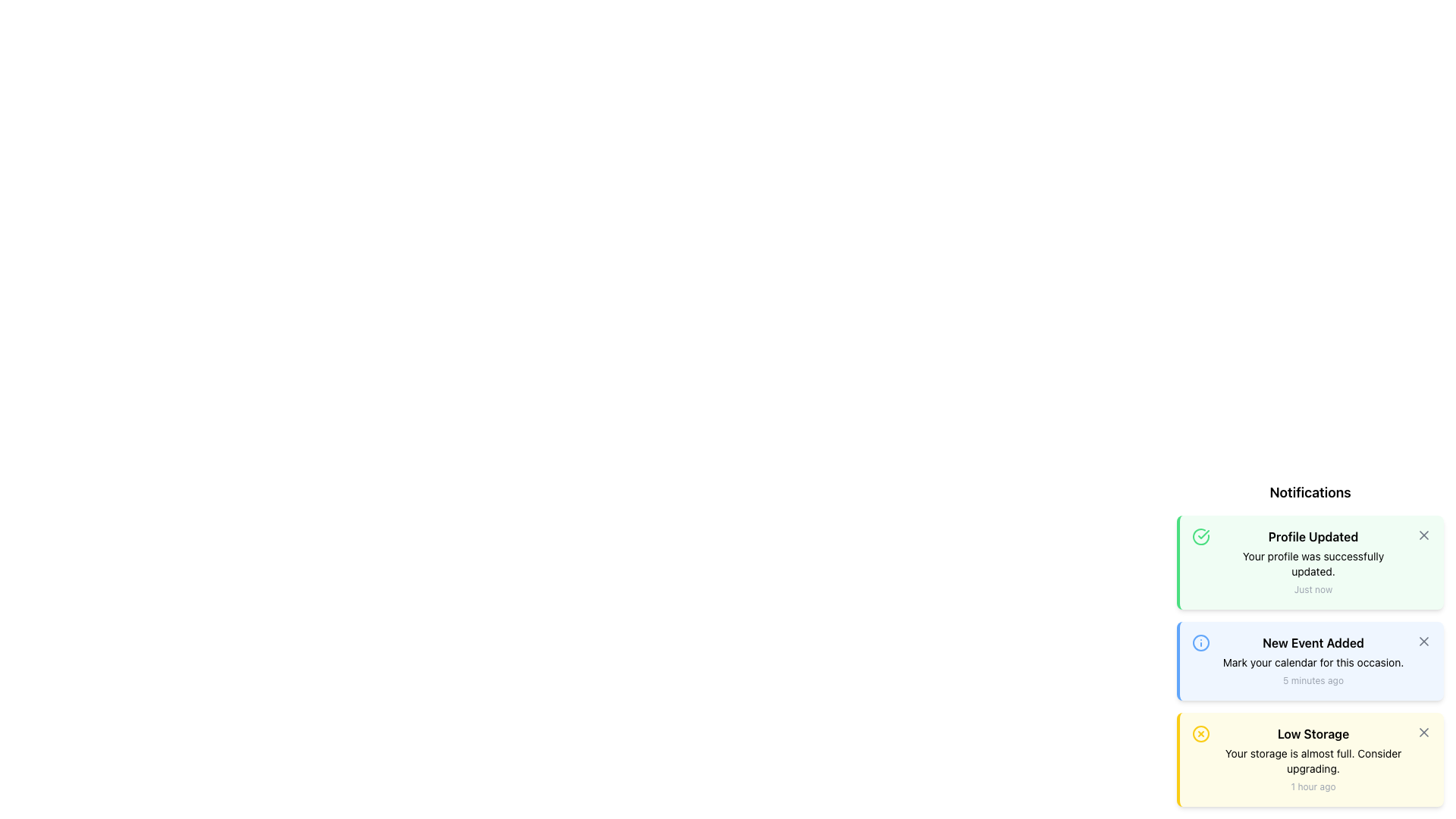  Describe the element at coordinates (1313, 564) in the screenshot. I see `the text label that displays 'Your profile was successfully updated.' which is located below the title 'Profile Updated' and above the timestamp 'Just now' within the notification card` at that location.